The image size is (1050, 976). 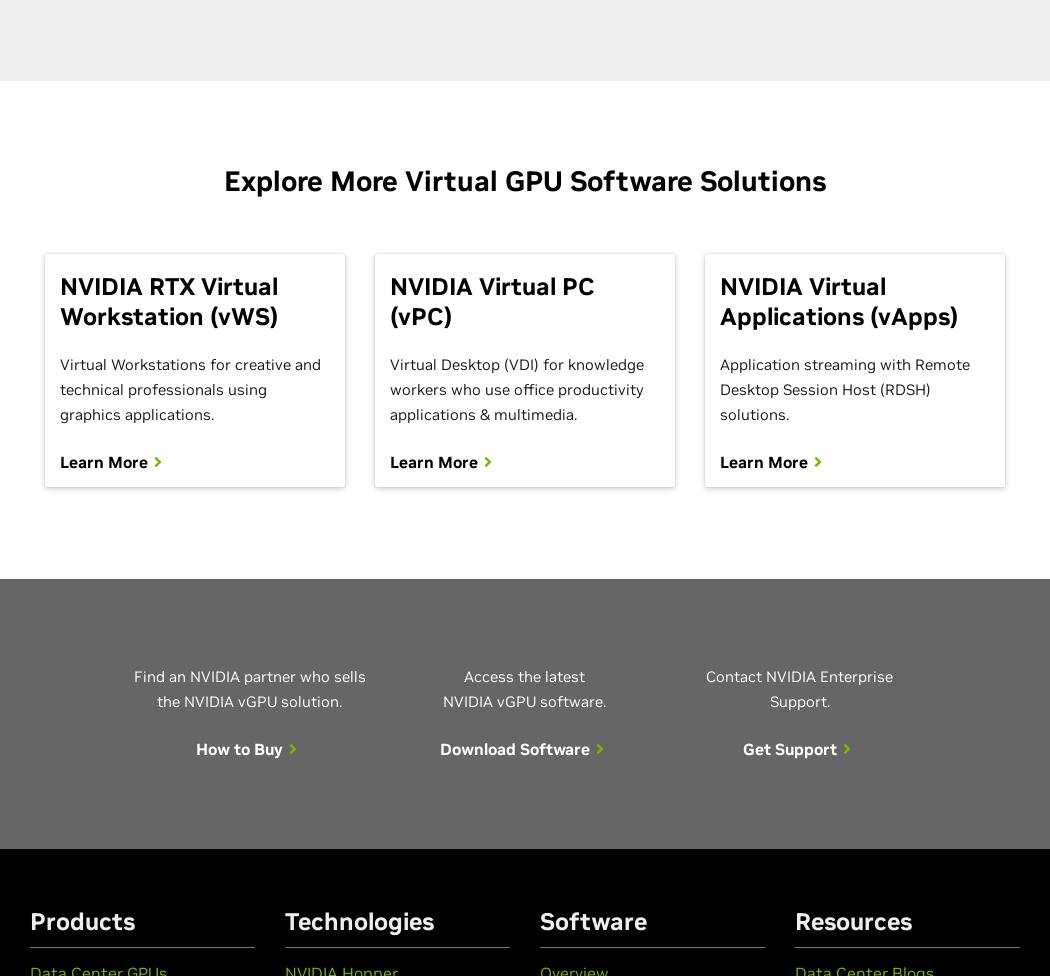 I want to click on 'Get Support', so click(x=741, y=748).